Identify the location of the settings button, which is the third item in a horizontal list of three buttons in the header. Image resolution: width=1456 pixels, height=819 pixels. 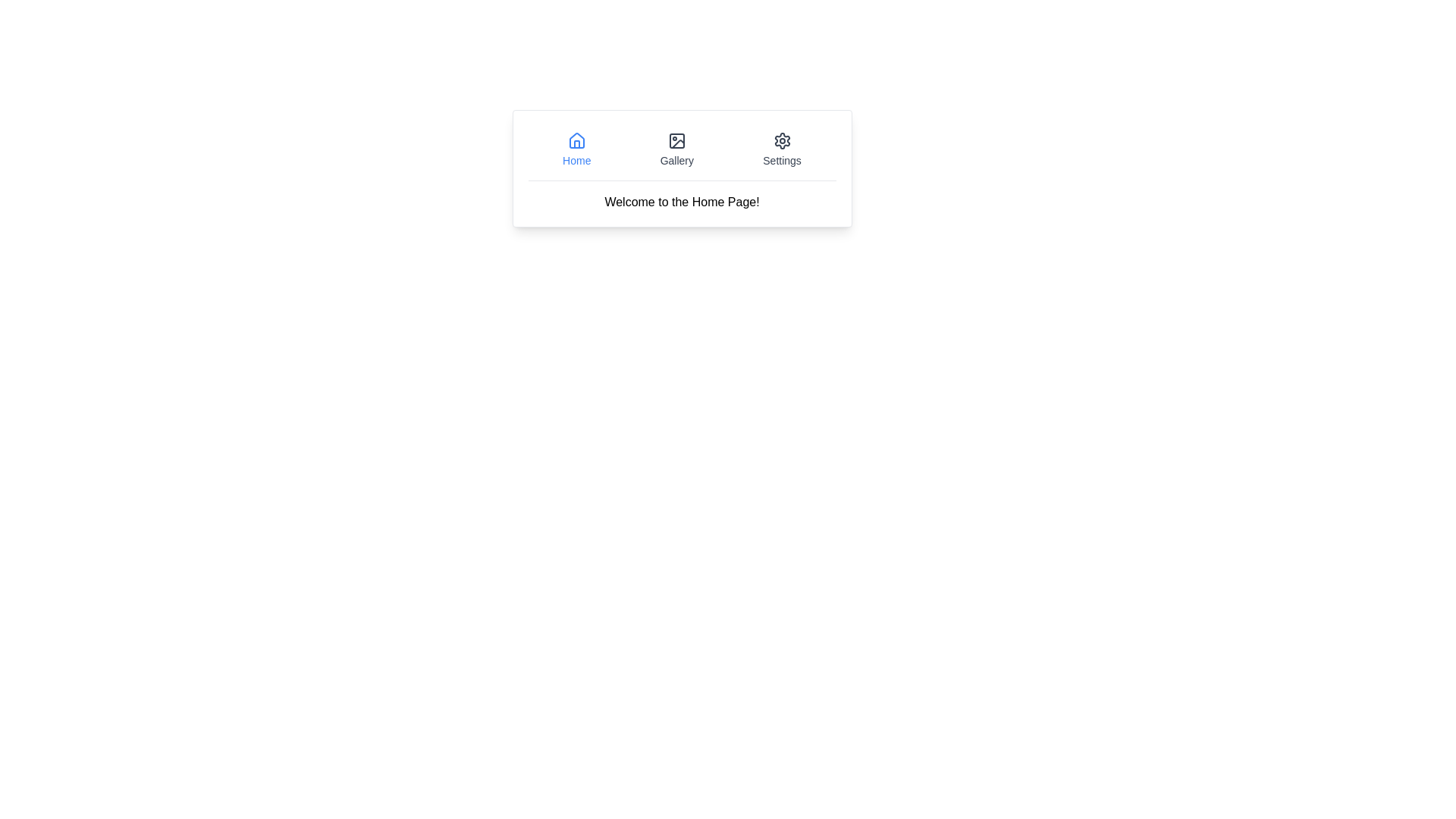
(782, 149).